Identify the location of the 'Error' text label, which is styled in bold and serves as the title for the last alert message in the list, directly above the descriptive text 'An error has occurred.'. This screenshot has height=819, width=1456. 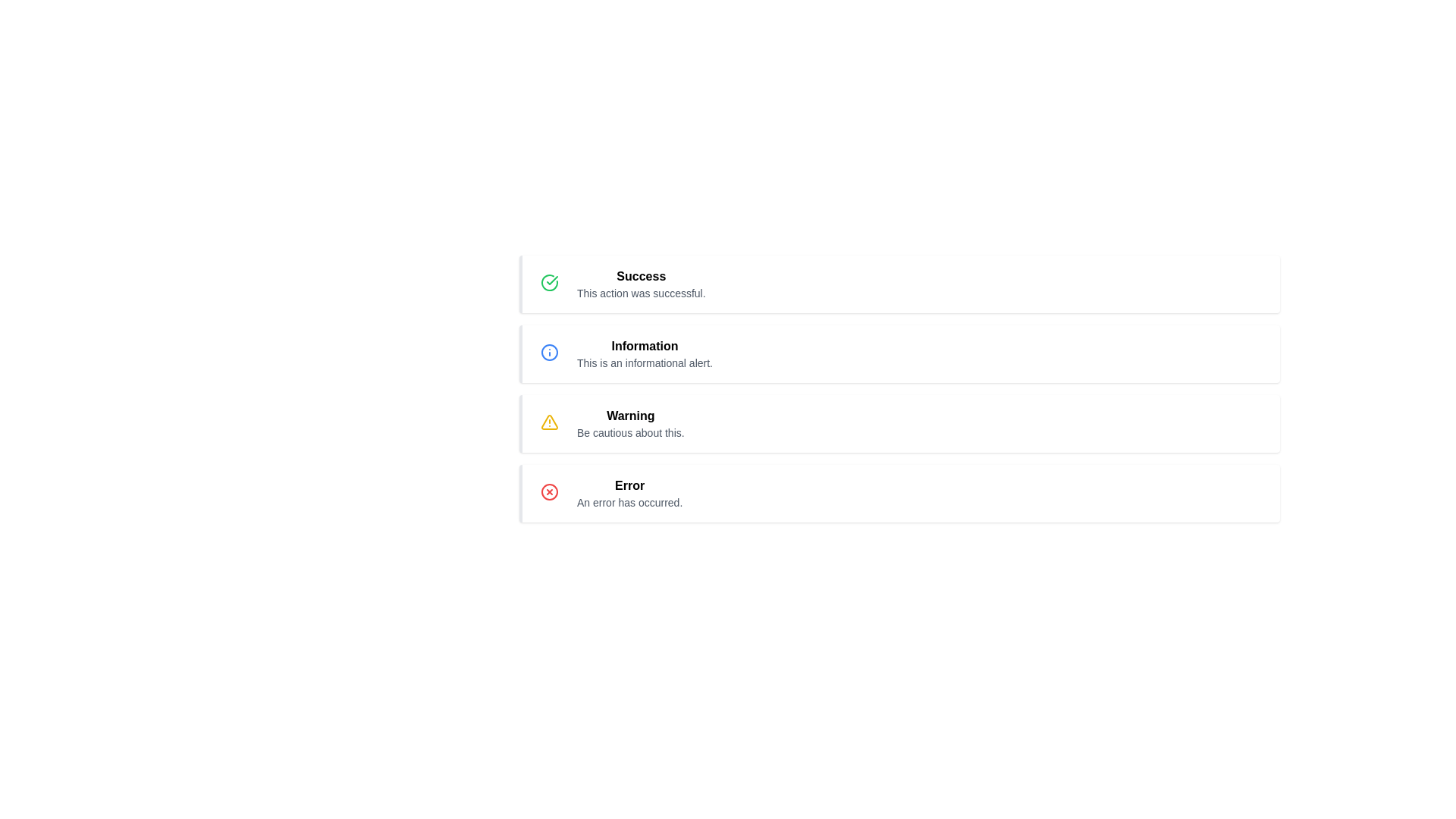
(629, 485).